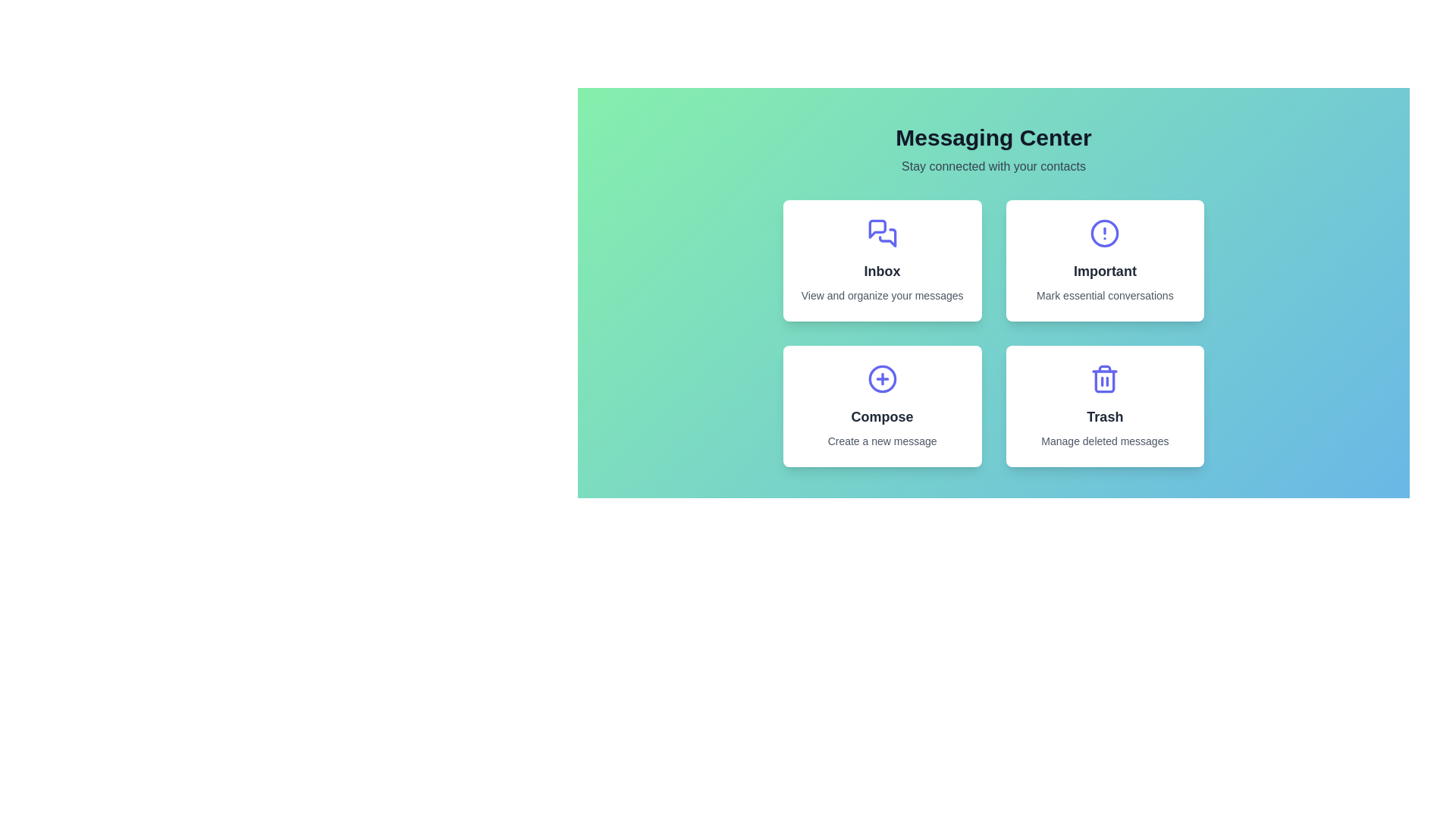 This screenshot has height=819, width=1456. Describe the element at coordinates (1105, 441) in the screenshot. I see `the content of the Text Label that provides additional detail about the 'Trash' feature located beneath the 'Trash' label and icon within the lower section of the 'Trash' card` at that location.